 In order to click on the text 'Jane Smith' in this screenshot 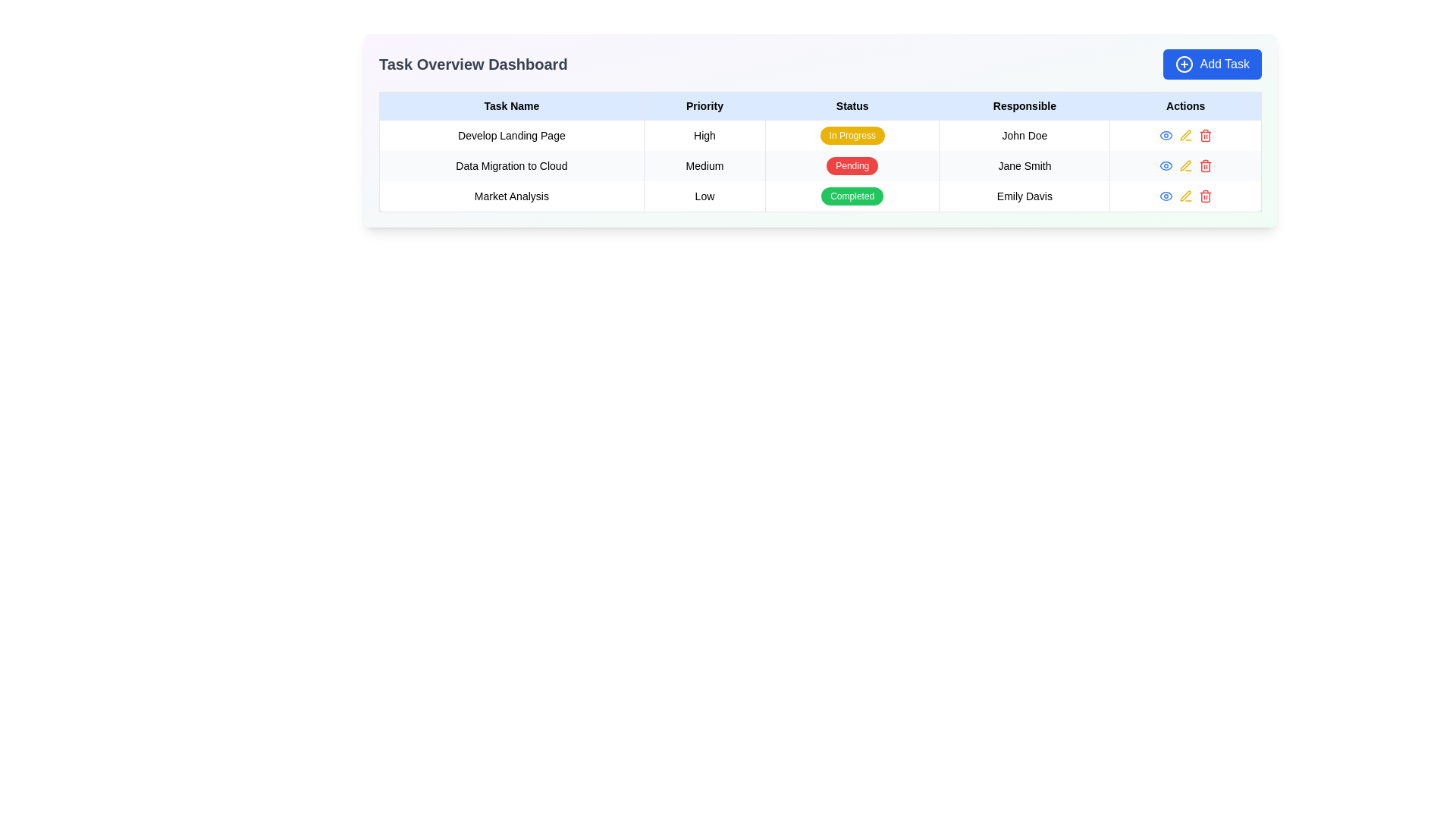, I will do `click(1025, 166)`.